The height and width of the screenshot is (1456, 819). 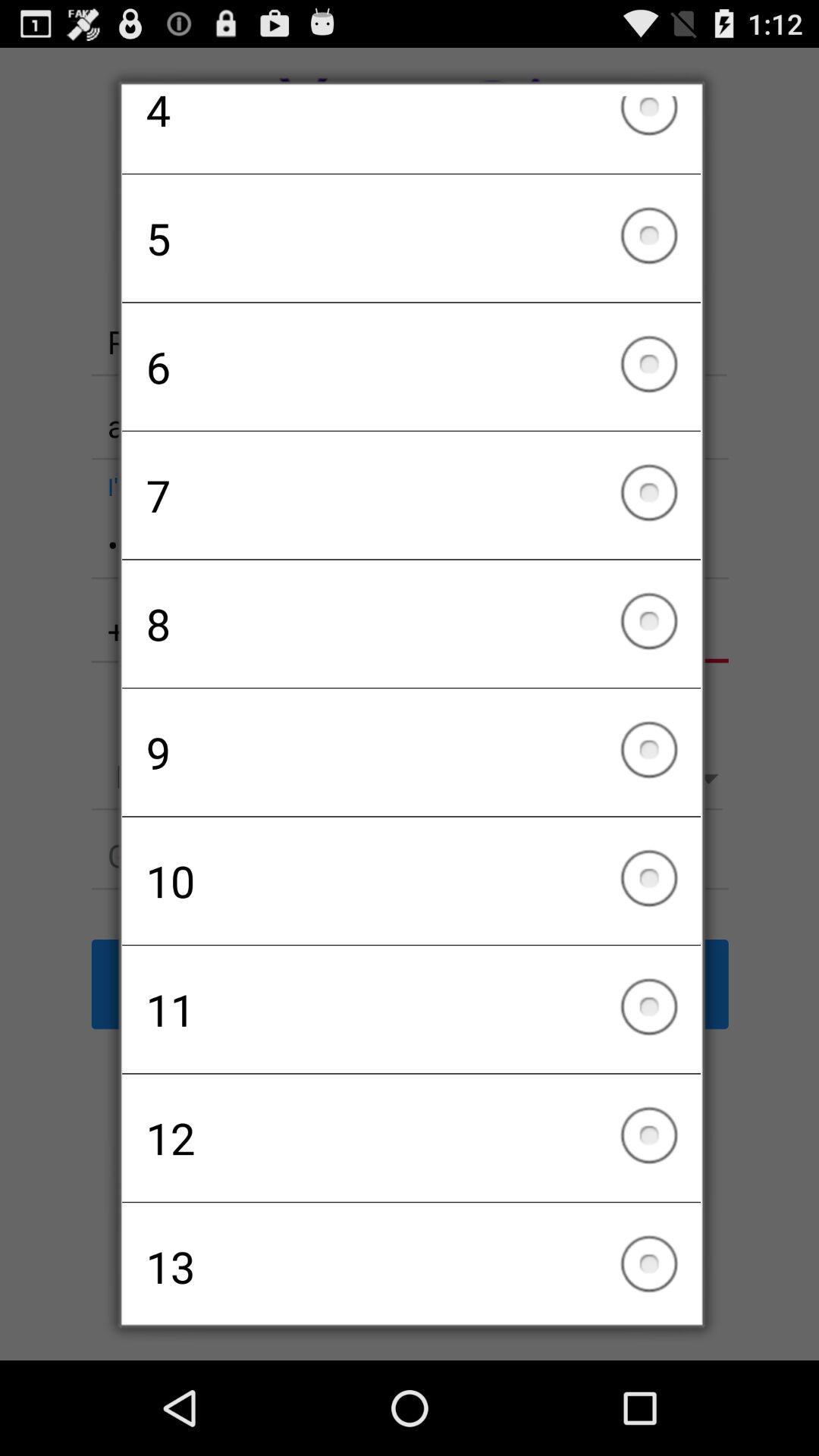 I want to click on the 4 item, so click(x=411, y=134).